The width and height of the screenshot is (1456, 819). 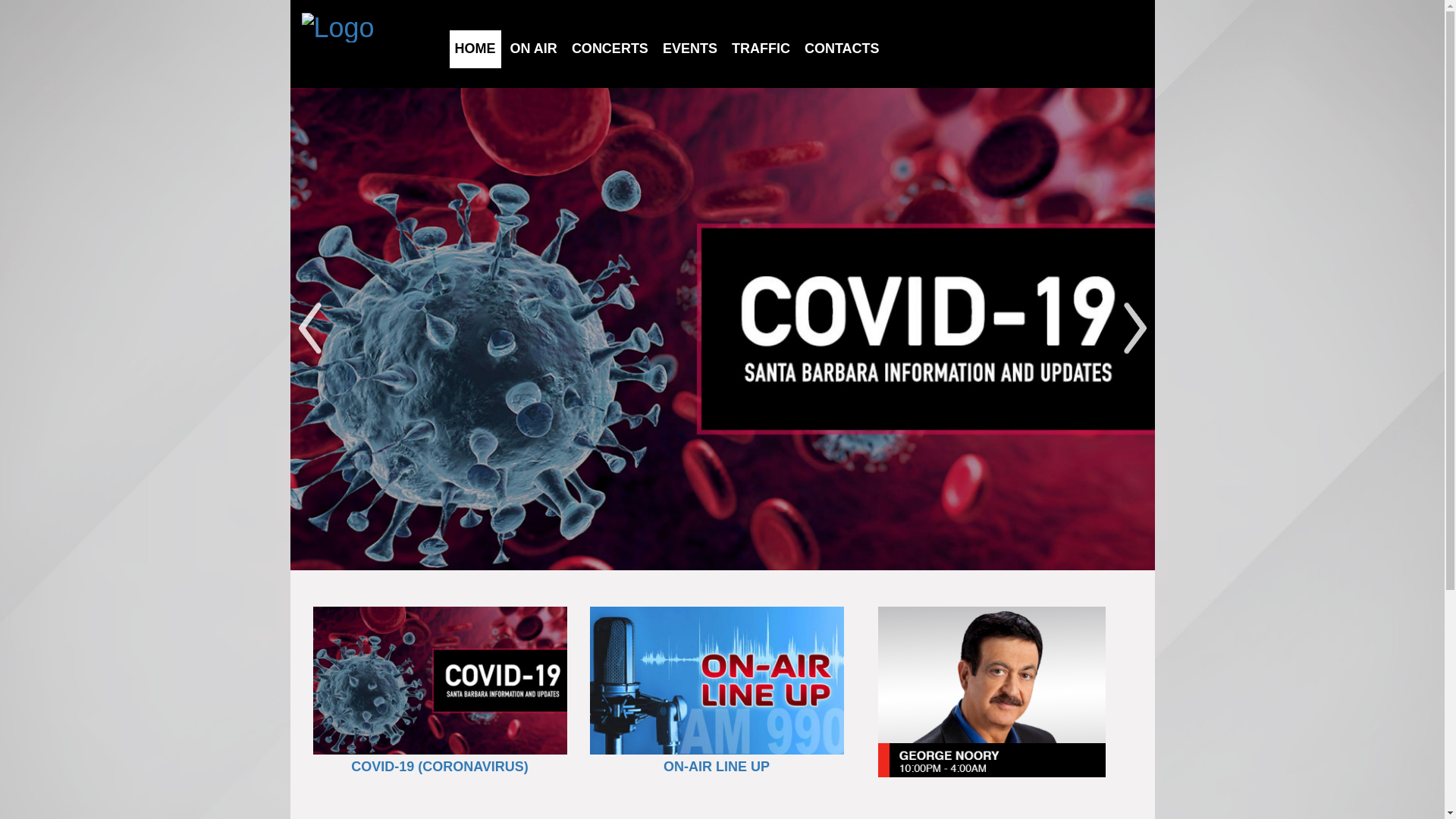 I want to click on 'Next', so click(x=1134, y=328).